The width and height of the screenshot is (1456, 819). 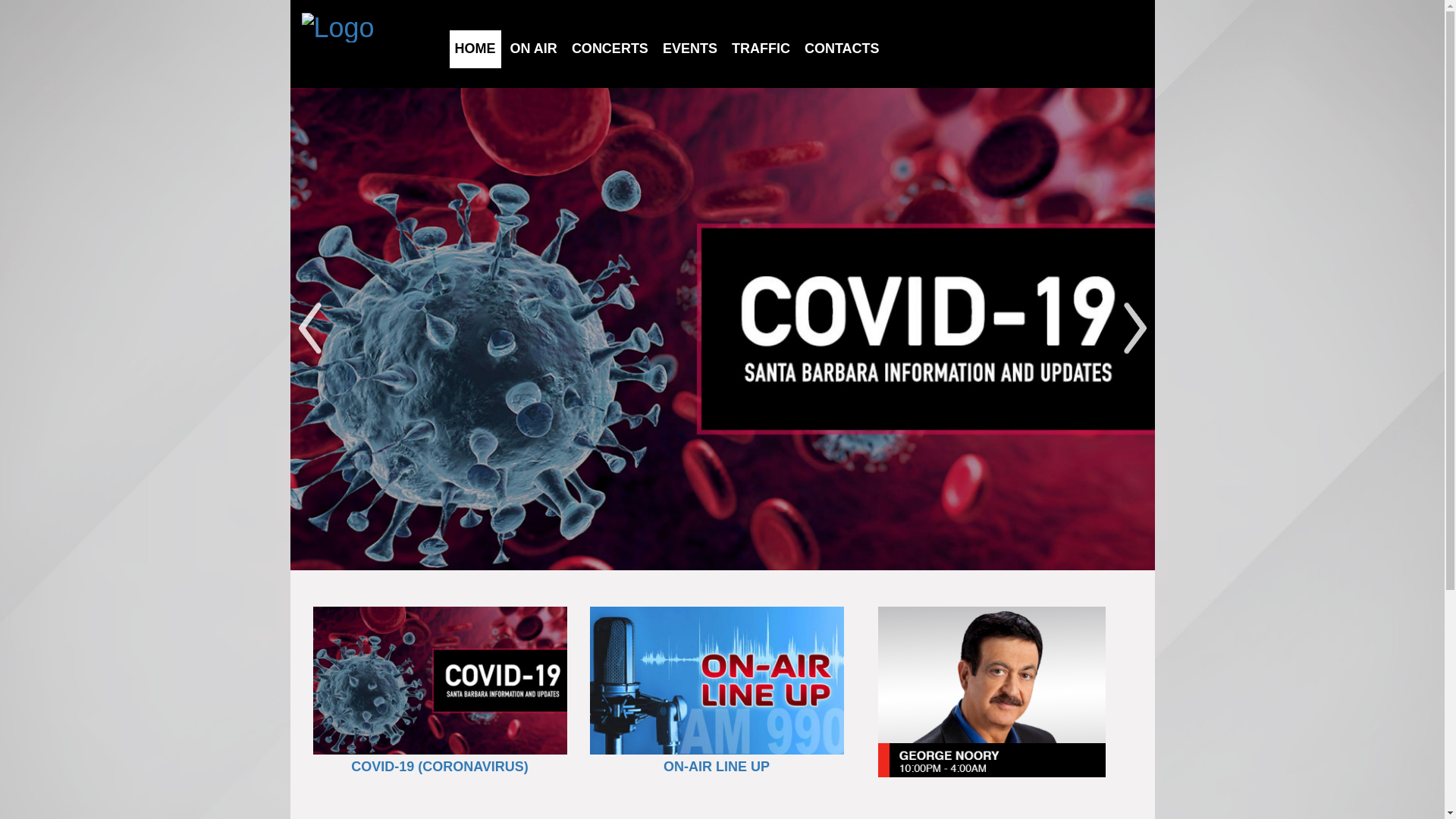 I want to click on 'Next', so click(x=1134, y=328).